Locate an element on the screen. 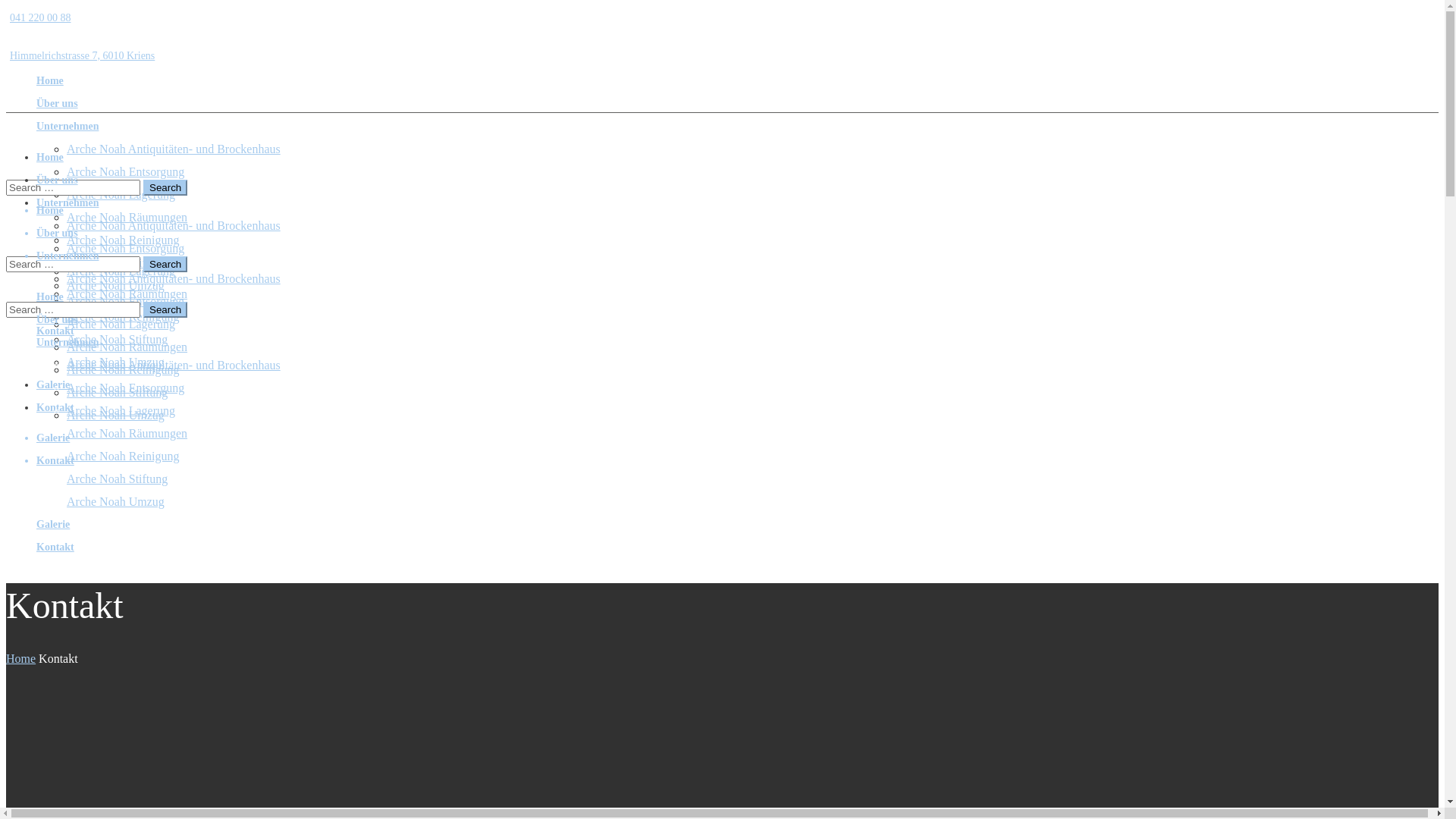 This screenshot has height=819, width=1456. 'Galerie' is located at coordinates (53, 438).